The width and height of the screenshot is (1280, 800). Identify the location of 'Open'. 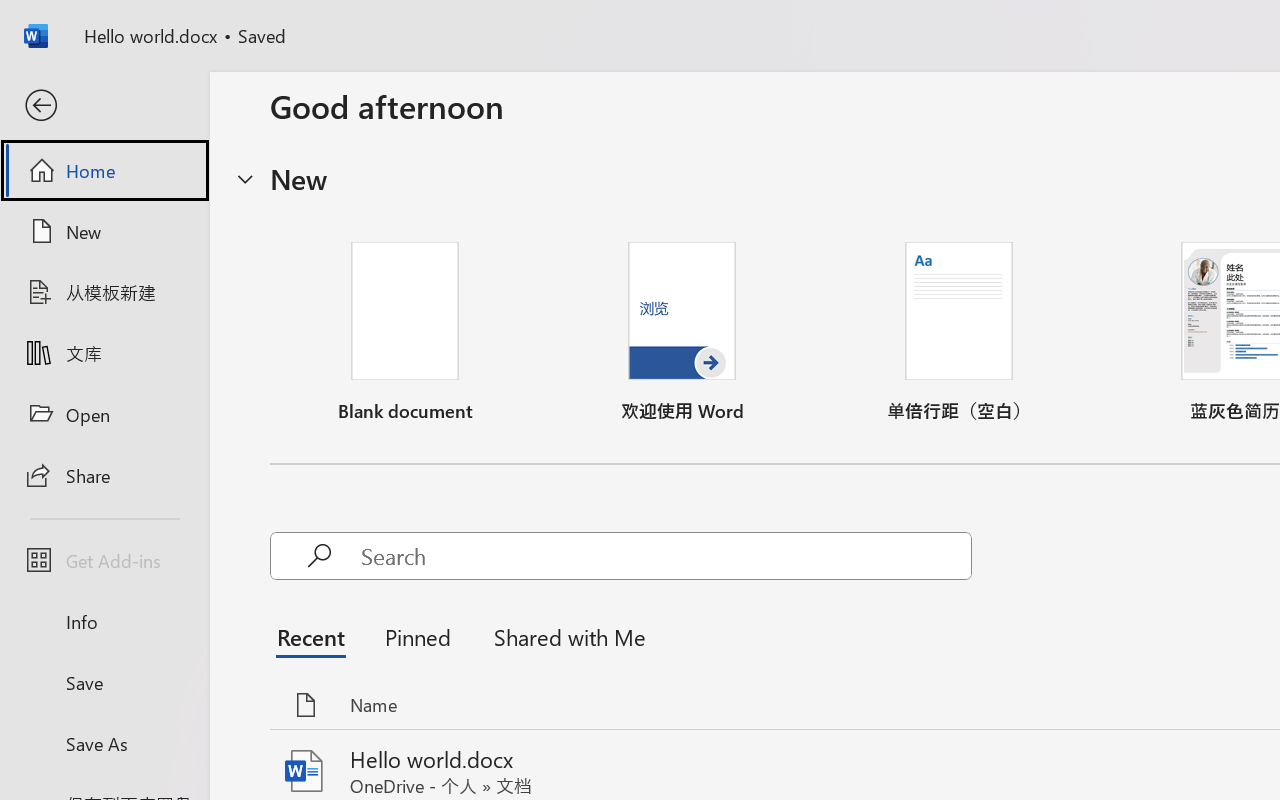
(103, 414).